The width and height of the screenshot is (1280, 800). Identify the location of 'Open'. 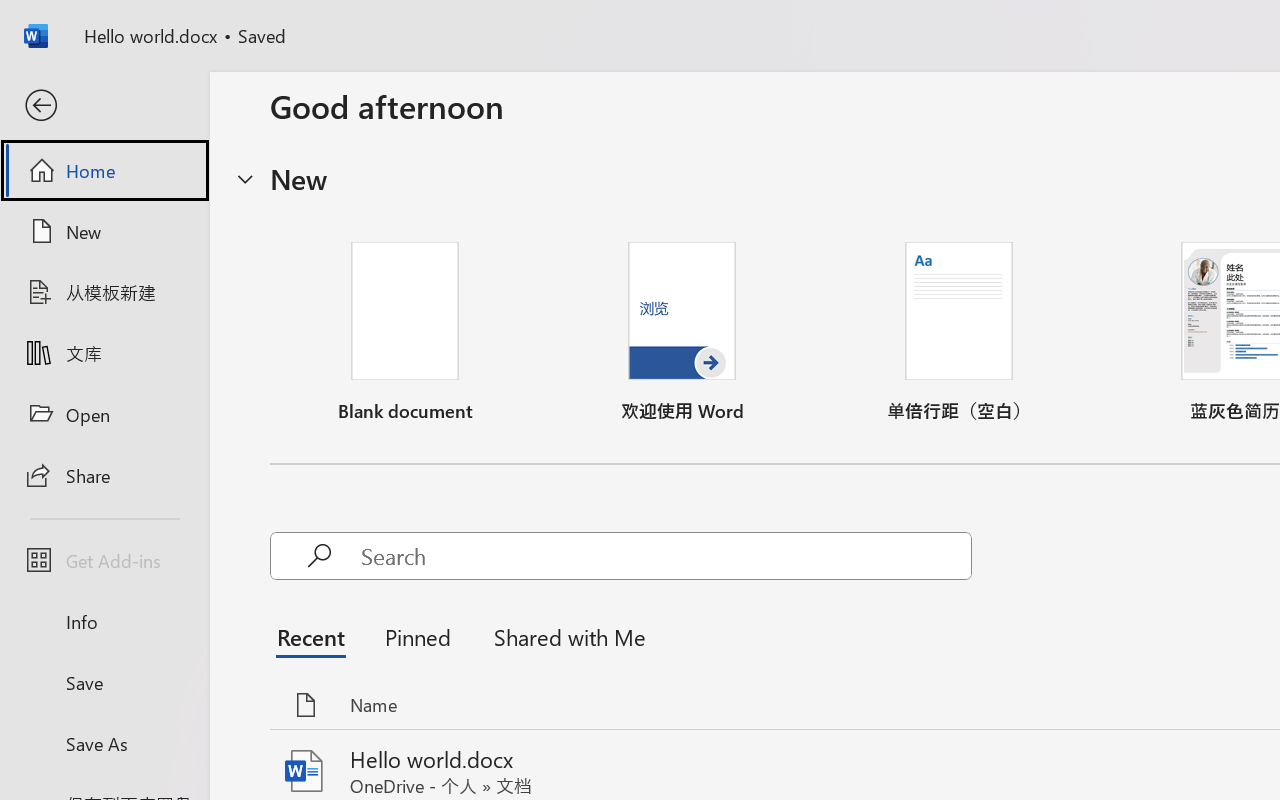
(103, 414).